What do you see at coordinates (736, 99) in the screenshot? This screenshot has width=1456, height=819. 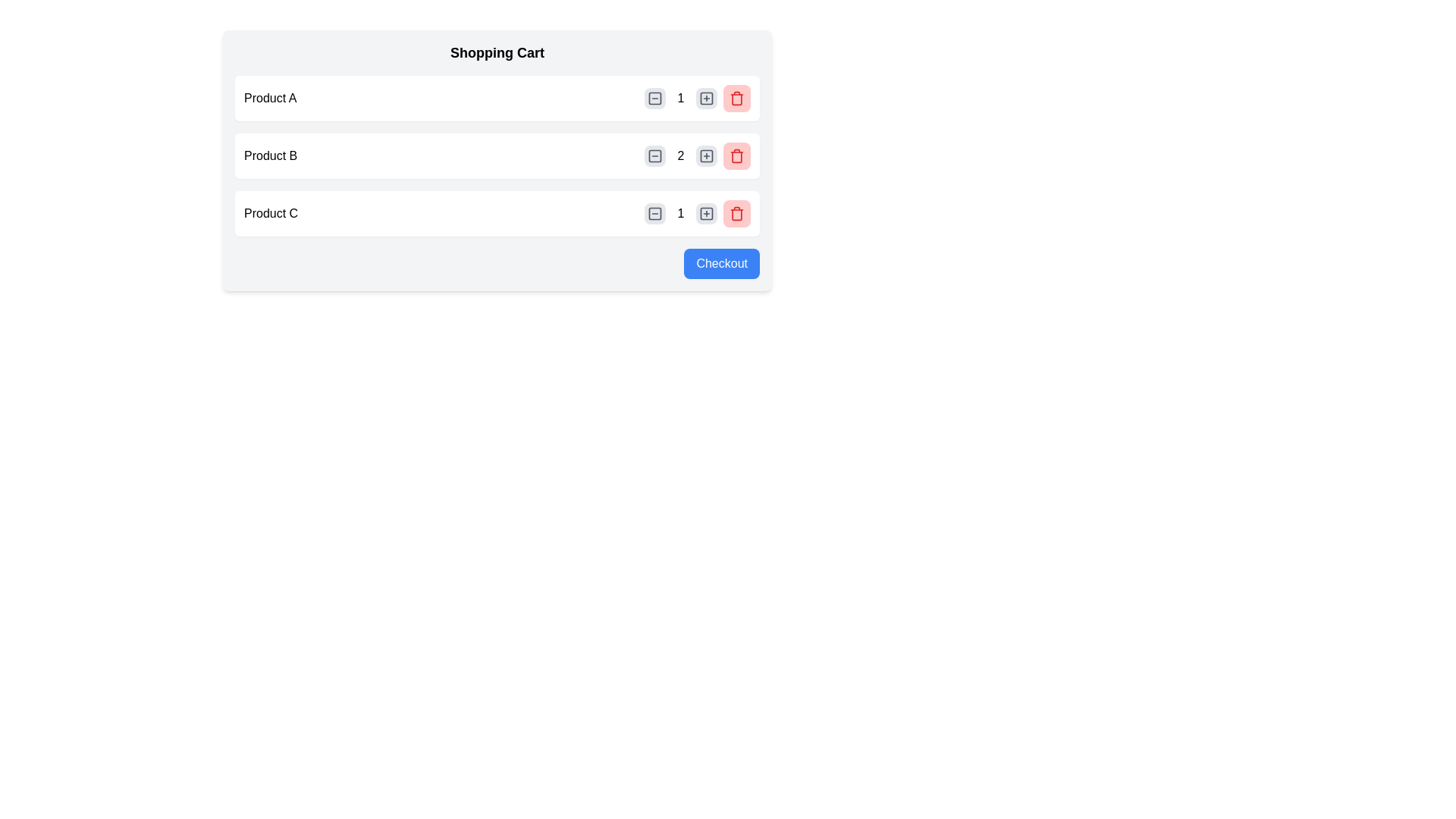 I see `the red IconButton located in the 'Product A' row of the shopping cart` at bounding box center [736, 99].